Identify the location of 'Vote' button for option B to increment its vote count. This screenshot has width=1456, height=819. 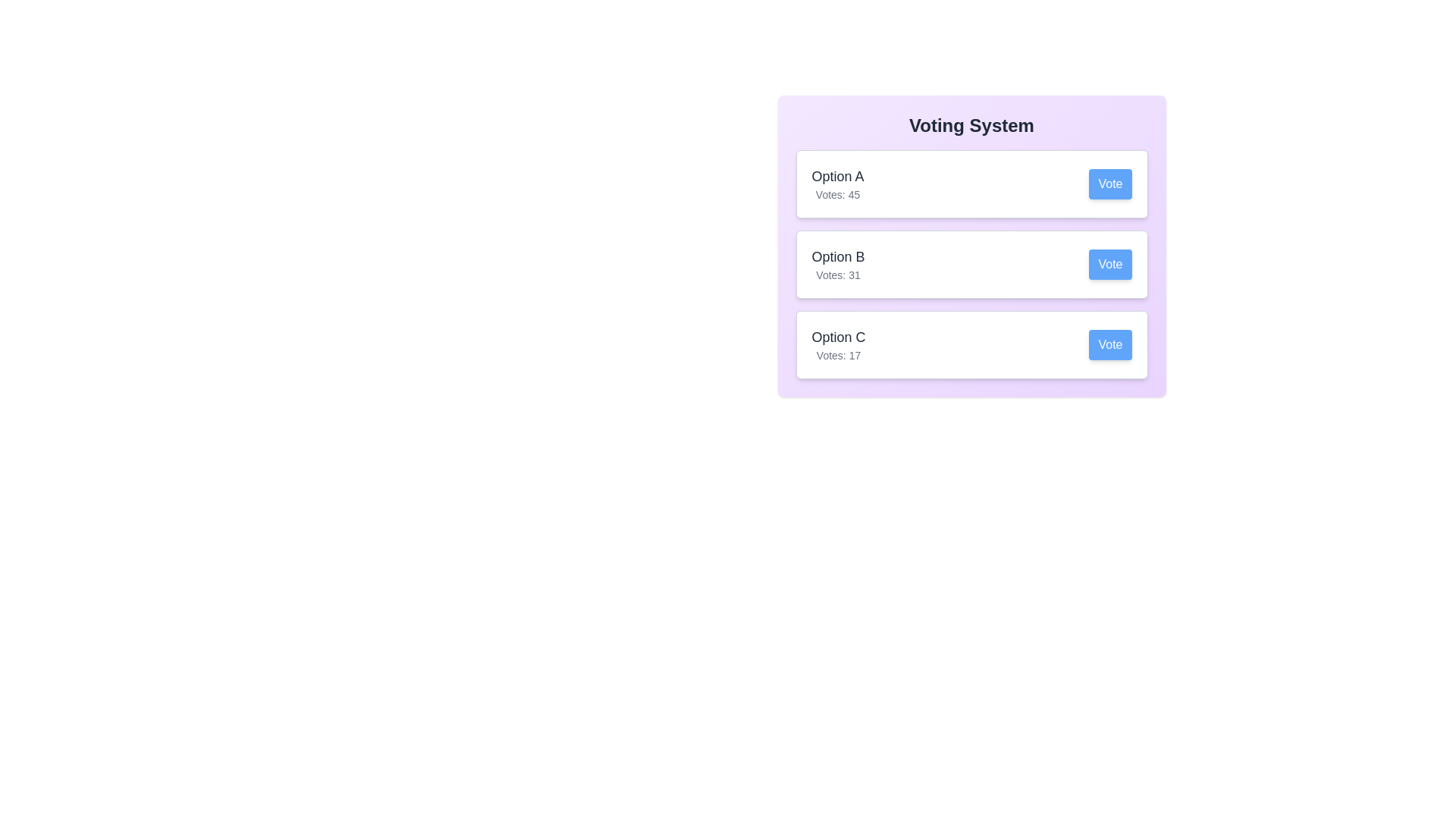
(1110, 263).